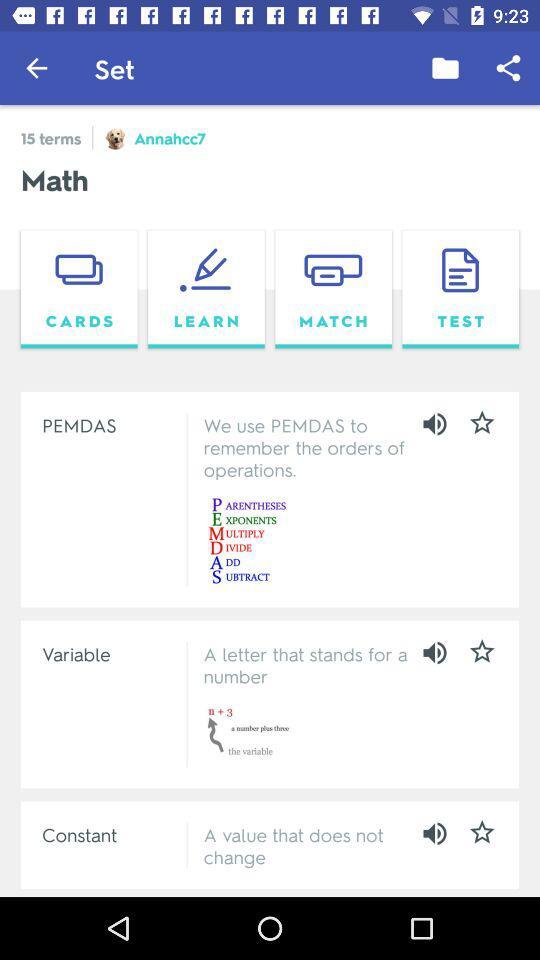  What do you see at coordinates (110, 652) in the screenshot?
I see `variable item` at bounding box center [110, 652].